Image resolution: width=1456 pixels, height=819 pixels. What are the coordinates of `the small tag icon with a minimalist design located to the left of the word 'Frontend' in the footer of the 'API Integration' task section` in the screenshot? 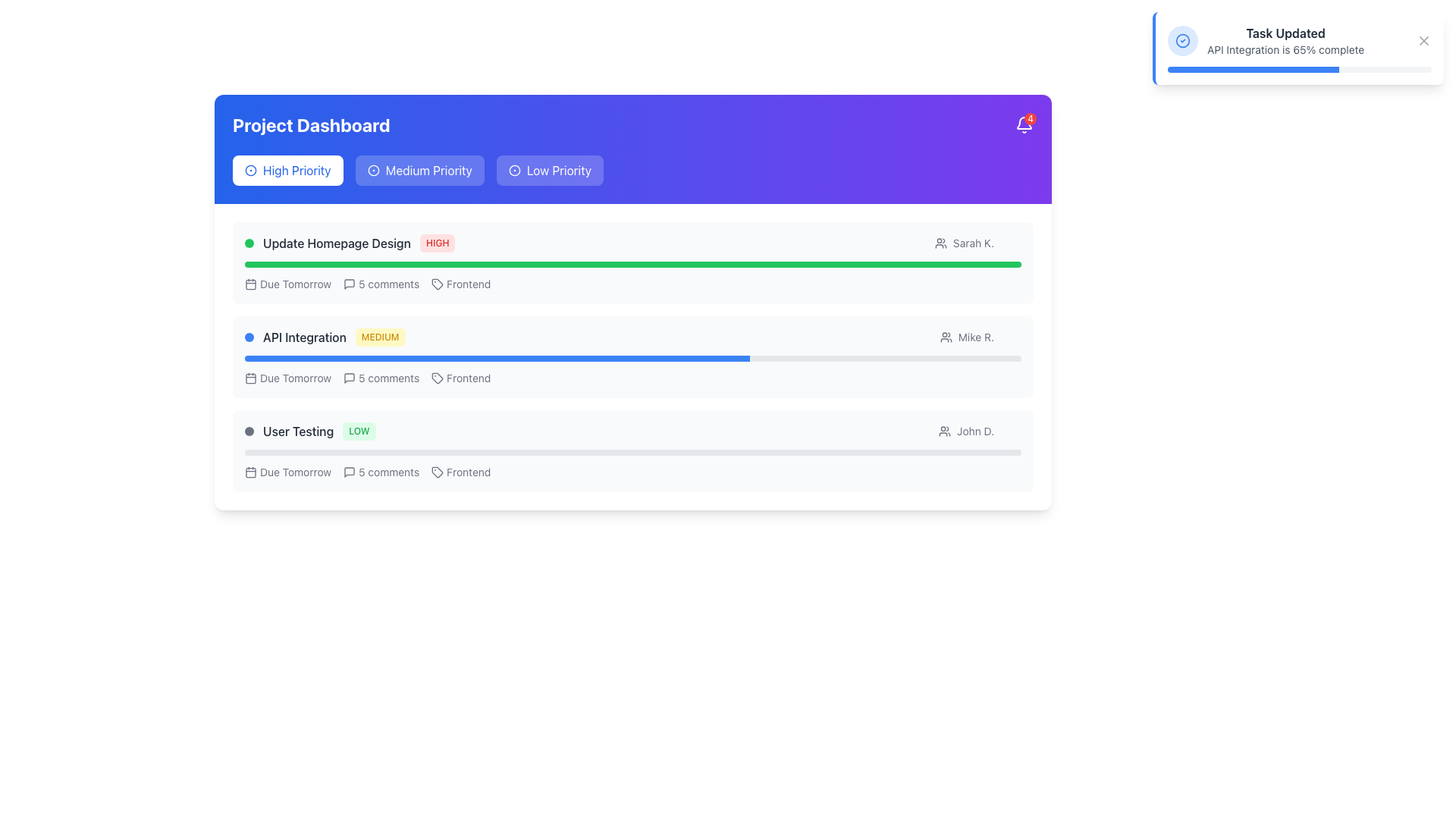 It's located at (437, 472).